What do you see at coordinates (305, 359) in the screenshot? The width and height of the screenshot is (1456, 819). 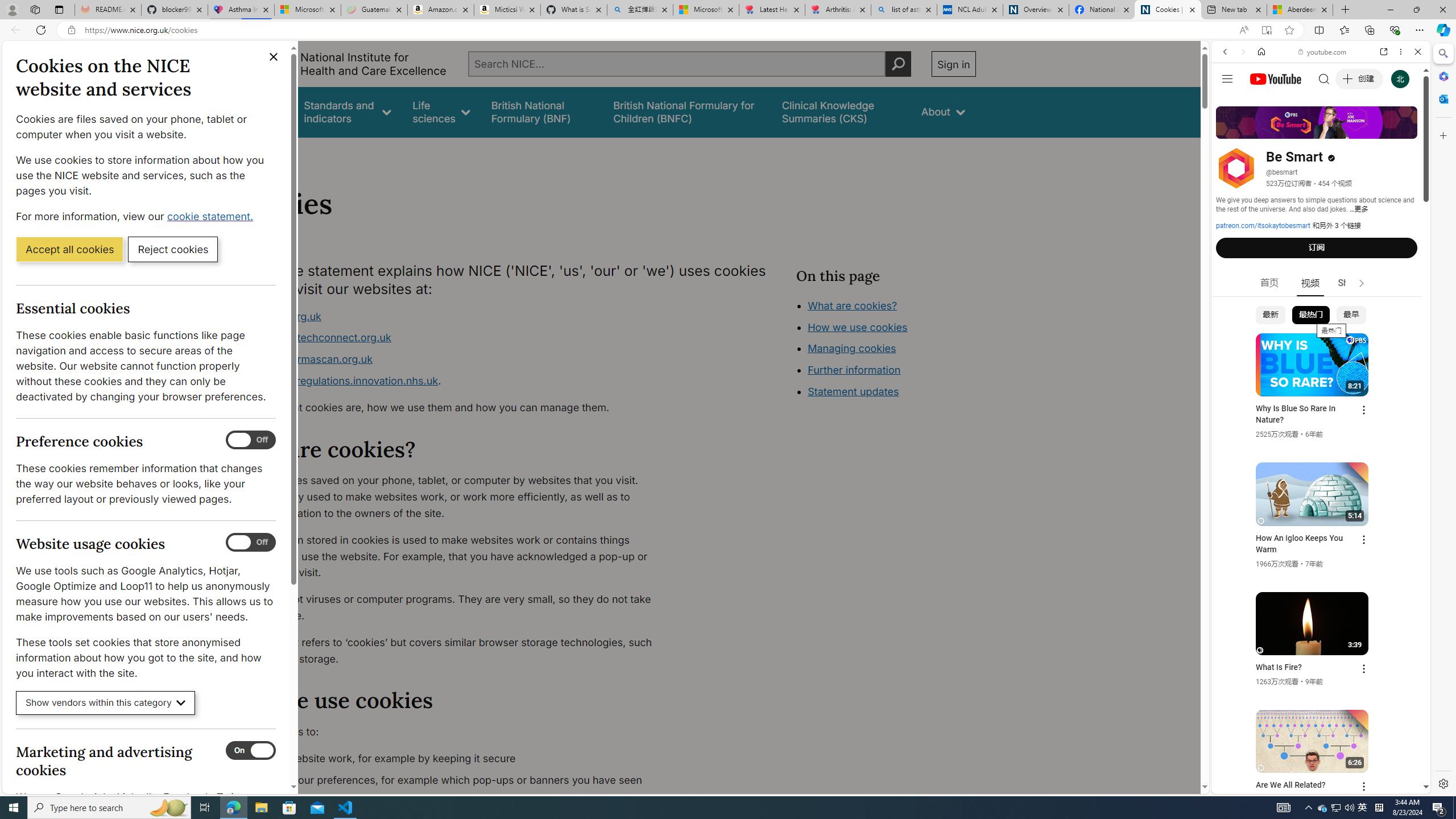 I see `'www.ukpharmascan.org.uk'` at bounding box center [305, 359].